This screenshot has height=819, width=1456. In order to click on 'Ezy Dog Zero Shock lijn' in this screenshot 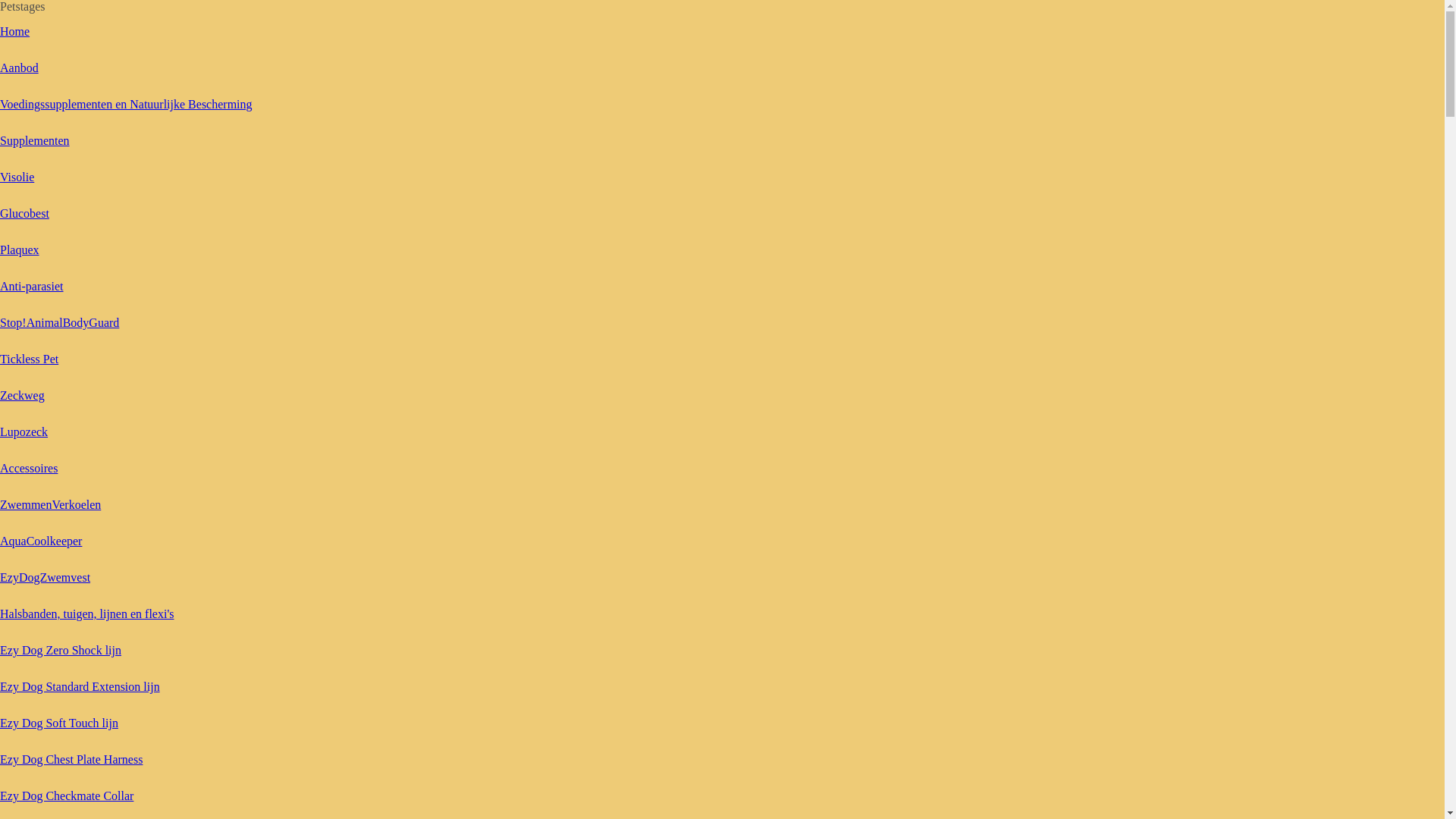, I will do `click(0, 649)`.